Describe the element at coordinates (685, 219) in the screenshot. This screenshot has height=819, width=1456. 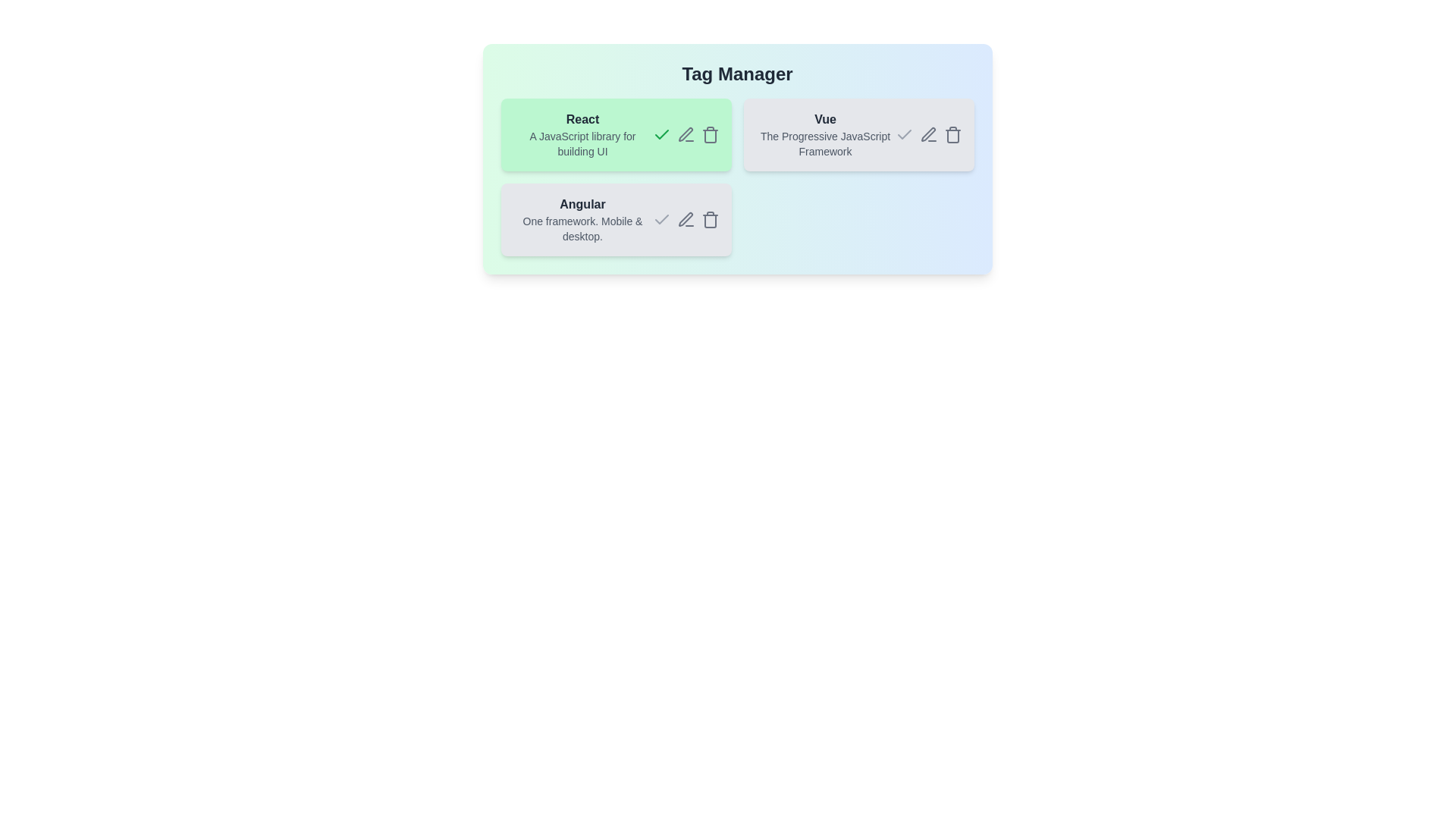
I see `edit icon for the tag Angular` at that location.